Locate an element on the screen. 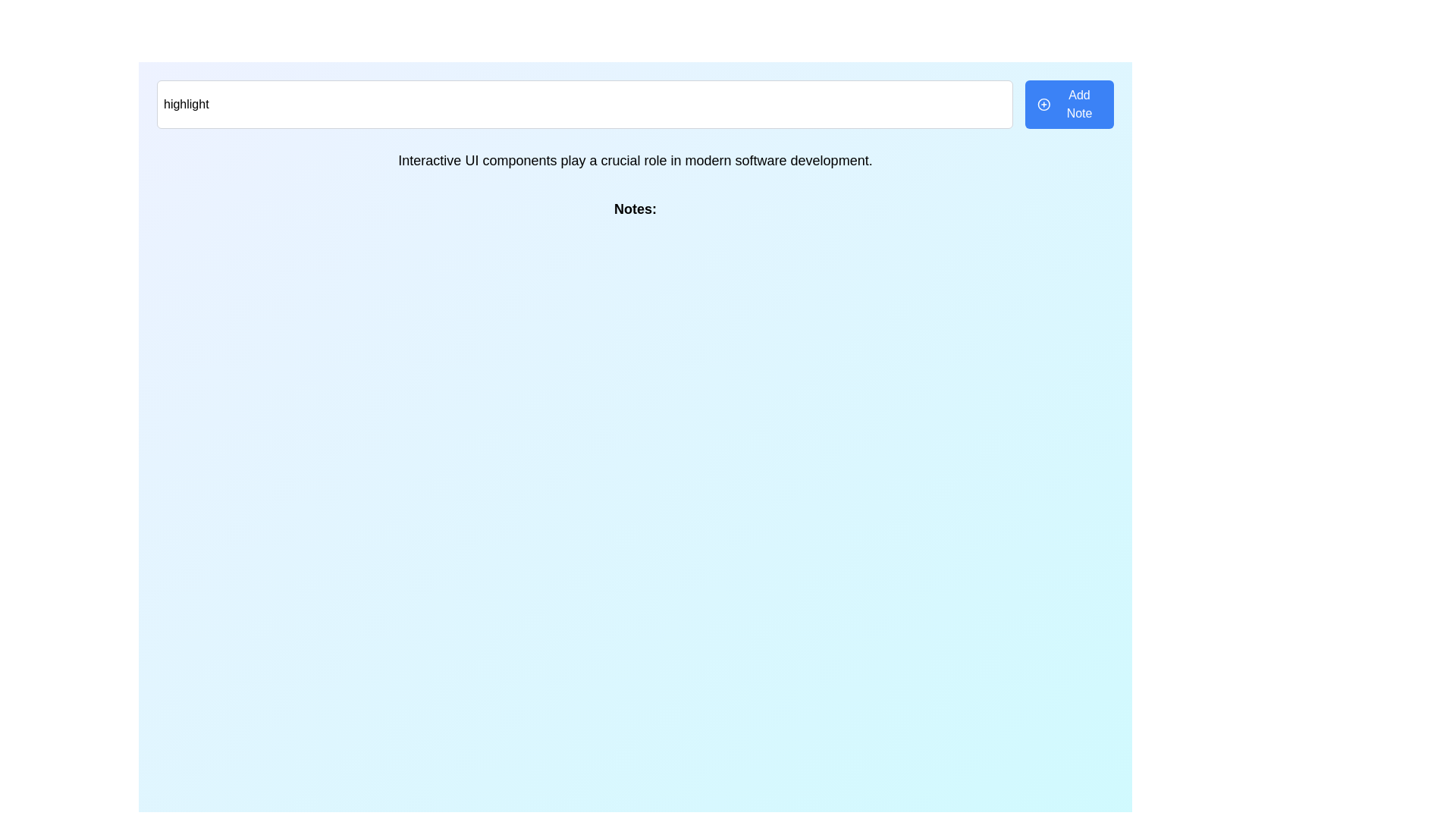 This screenshot has width=1456, height=819. the decorative icon associated with the 'Add Note' button located in the upper-right corner of the interface is located at coordinates (1043, 104).